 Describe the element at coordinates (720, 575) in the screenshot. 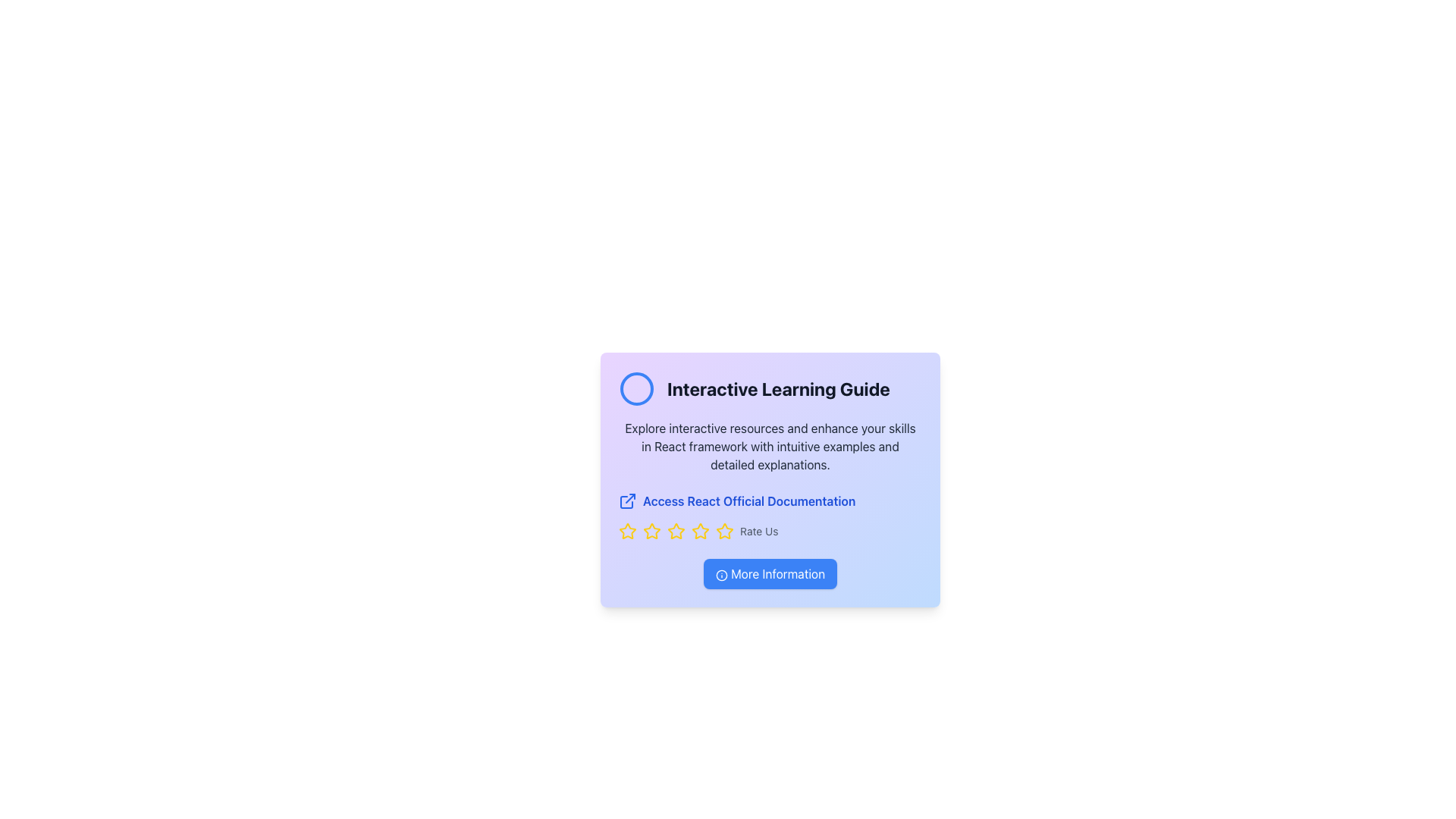

I see `the icon located to the left of the 'More Information' button at the bottom of the card` at that location.